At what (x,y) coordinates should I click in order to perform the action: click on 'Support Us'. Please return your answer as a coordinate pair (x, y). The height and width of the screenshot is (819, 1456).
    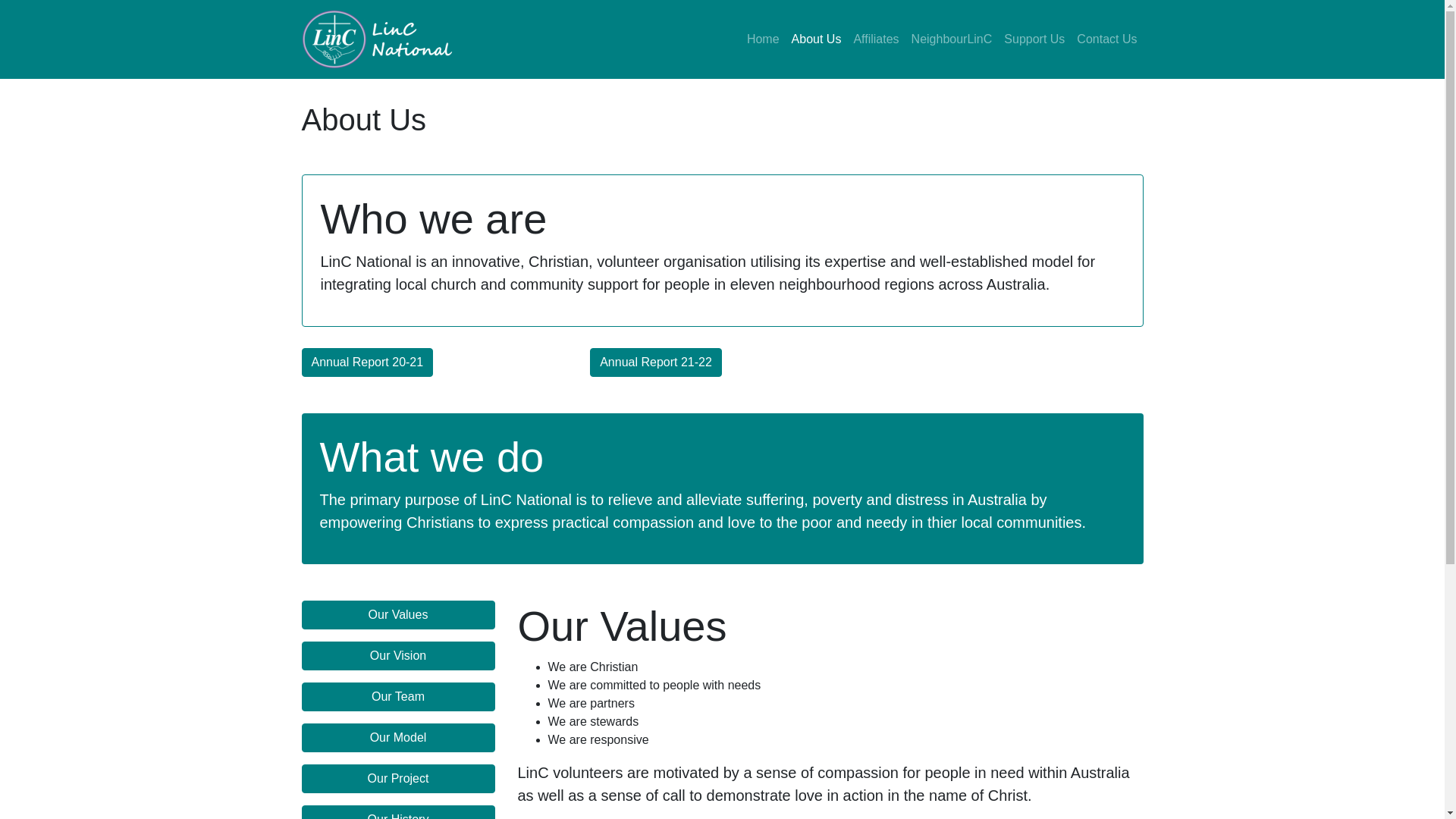
    Looking at the image, I should click on (1033, 38).